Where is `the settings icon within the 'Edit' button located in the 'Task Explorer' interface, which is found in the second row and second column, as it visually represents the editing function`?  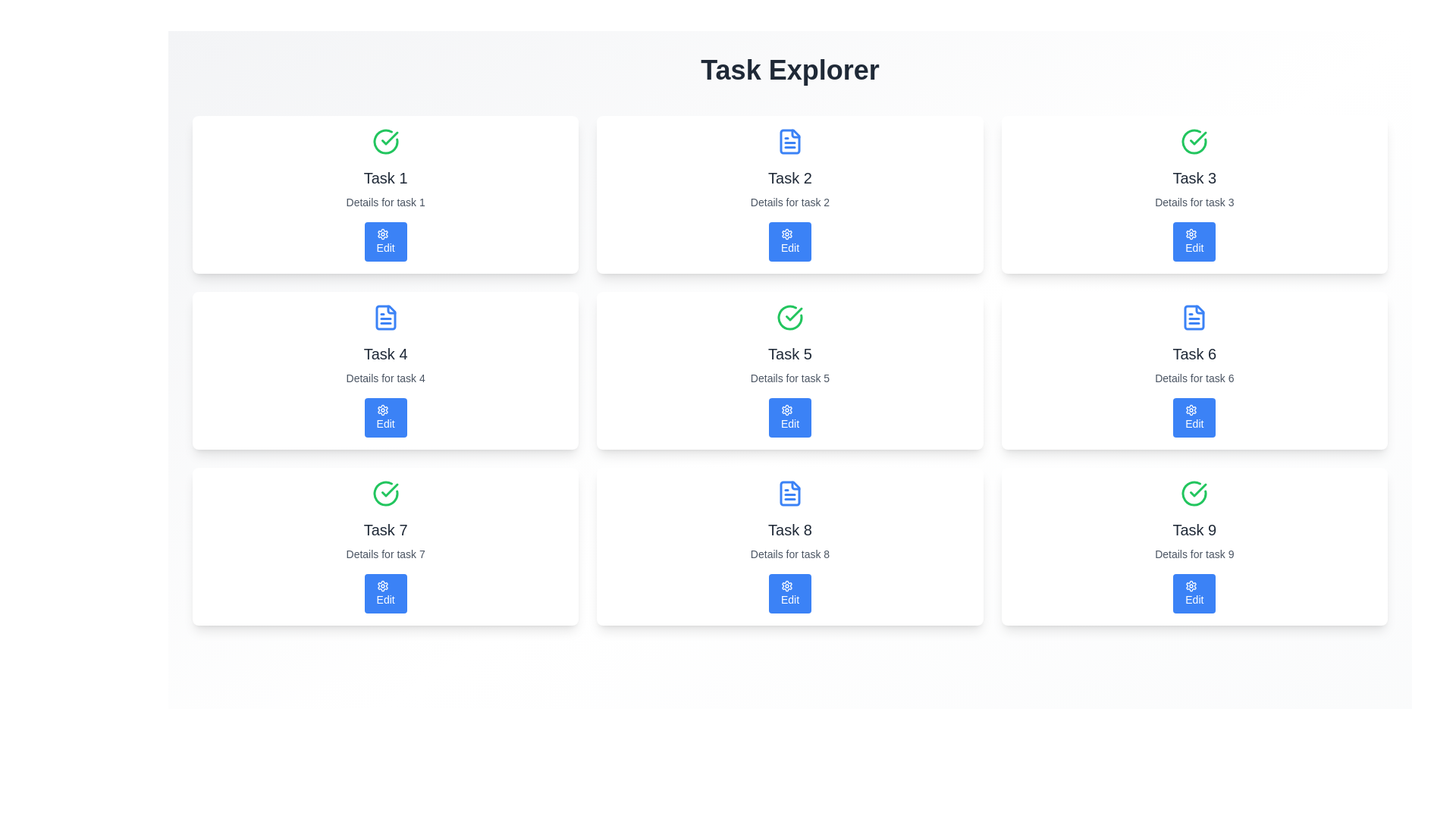
the settings icon within the 'Edit' button located in the 'Task Explorer' interface, which is found in the second row and second column, as it visually represents the editing function is located at coordinates (786, 409).